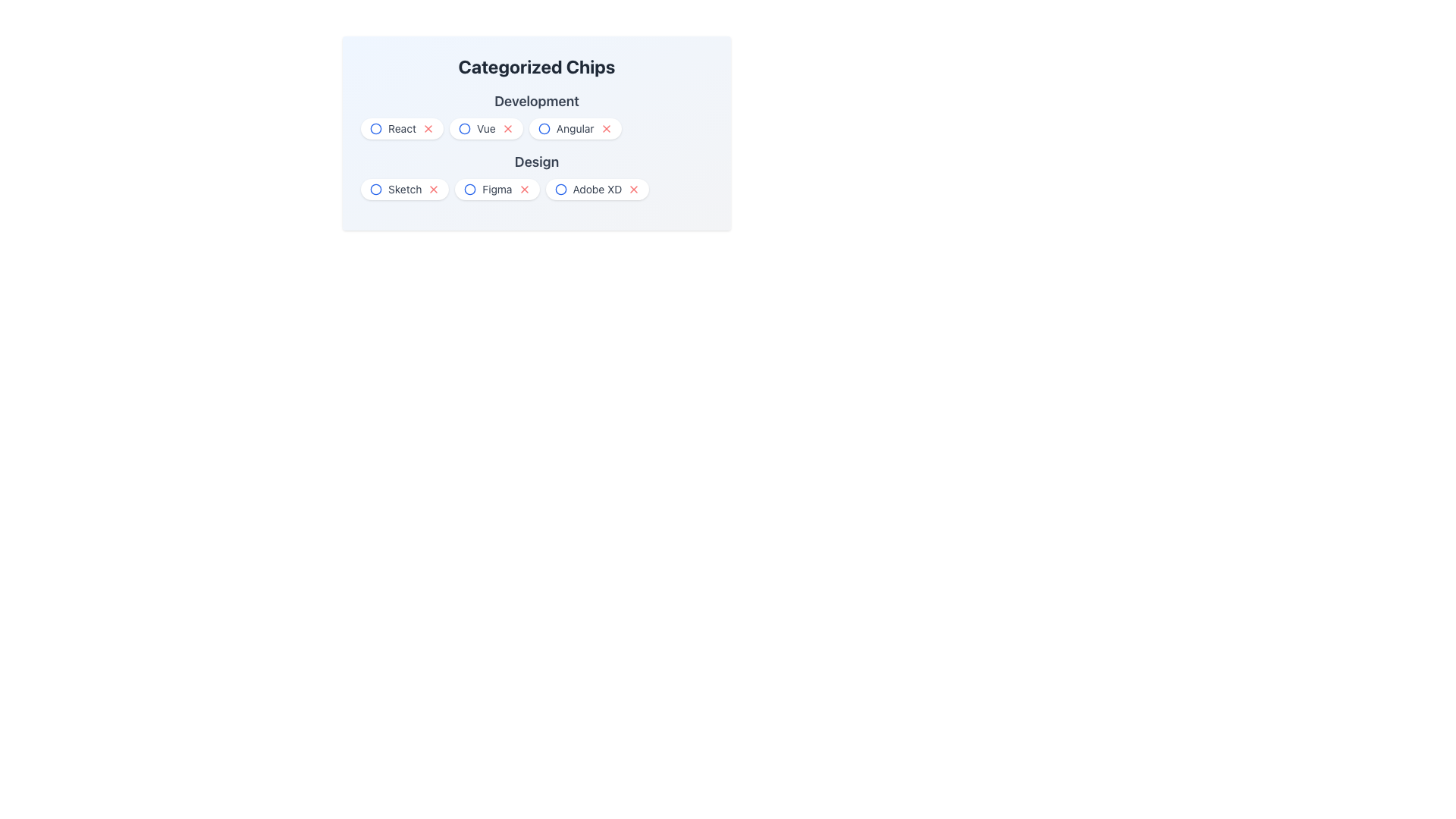 Image resolution: width=1456 pixels, height=819 pixels. Describe the element at coordinates (375, 127) in the screenshot. I see `the first radio button in the 'Development' section under the 'React' label` at that location.